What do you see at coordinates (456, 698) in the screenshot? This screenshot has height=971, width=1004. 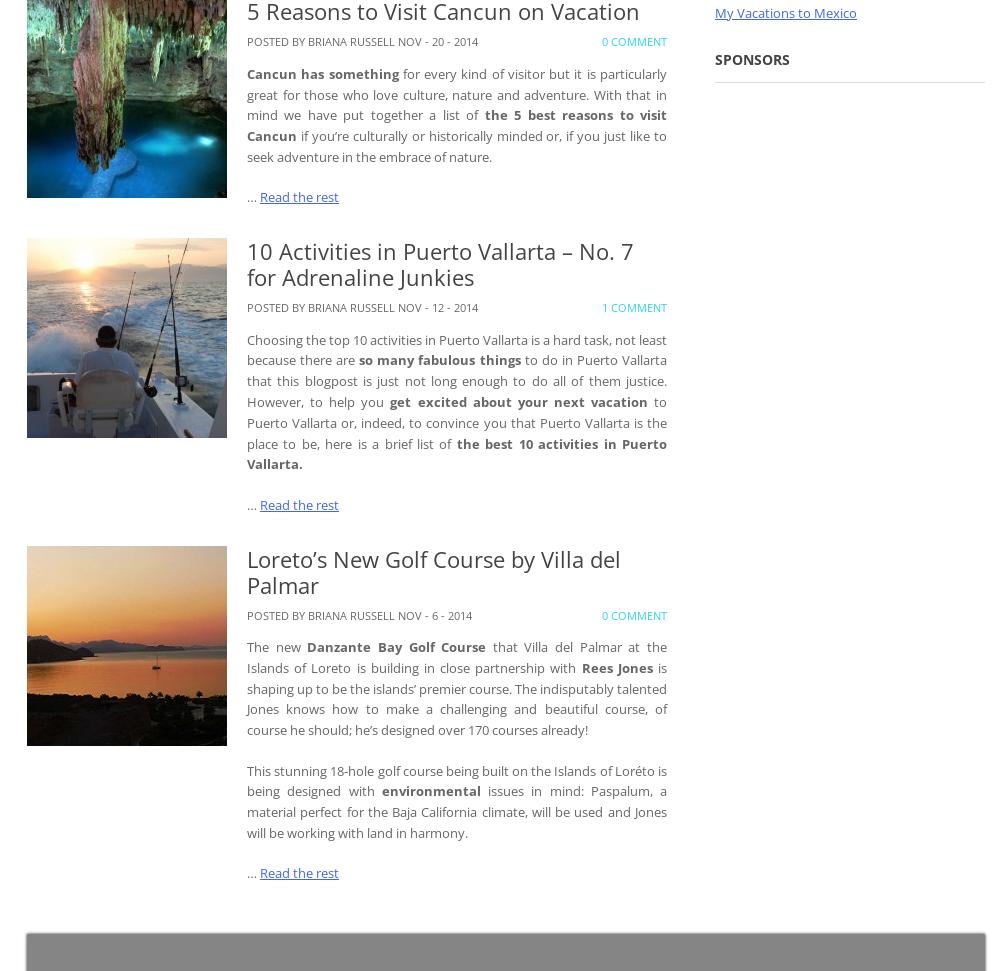 I see `'is shaping up to be the islands’ premier course. The indisputably talented Jones knows how to make a challenging and beautiful course, of course he should; he’s designed over 170 courses already!'` at bounding box center [456, 698].